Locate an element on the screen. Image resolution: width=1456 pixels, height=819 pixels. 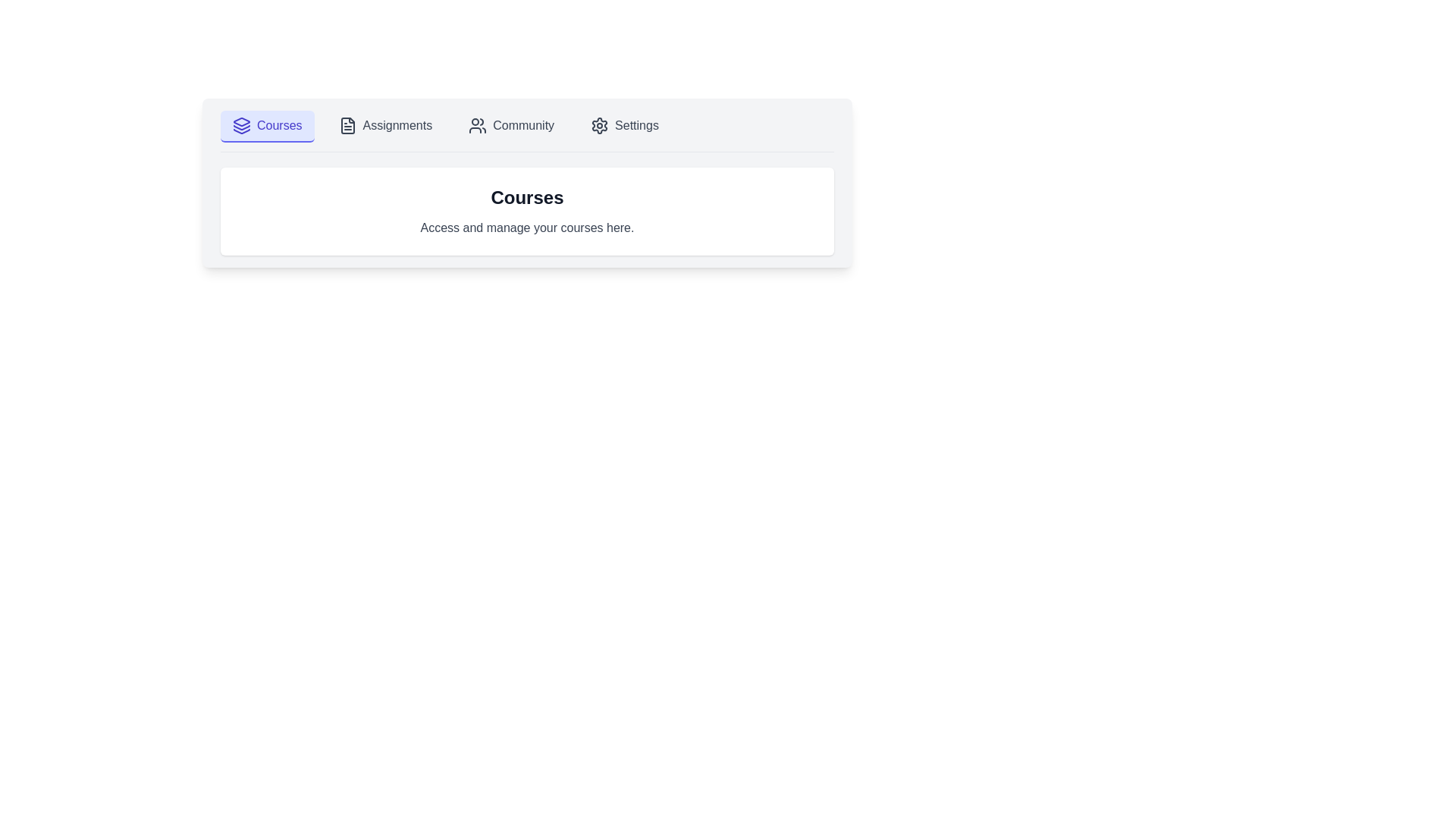
the 'Assignments' tab in the navigation bar is located at coordinates (385, 125).